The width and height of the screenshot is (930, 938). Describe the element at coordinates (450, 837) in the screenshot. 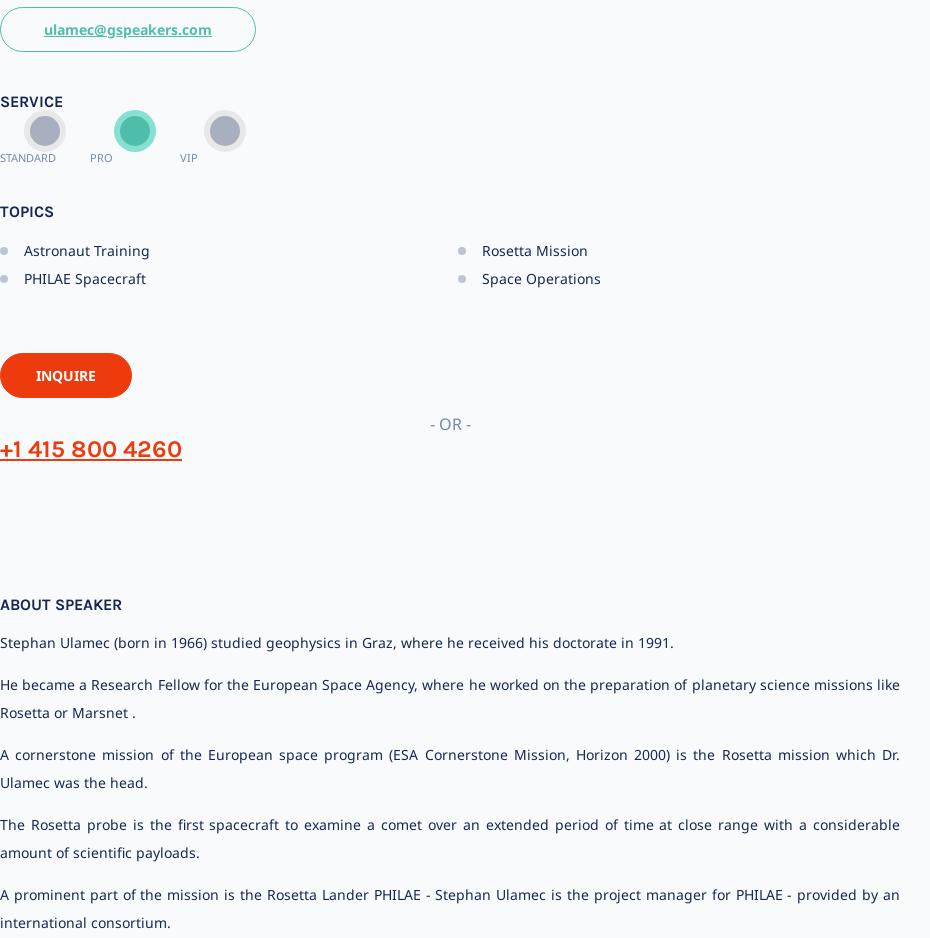

I see `'The Rosetta probe is the first spacecraft to examine a comet over an extended period of time at close range with a considerable amount of scientific payloads.'` at that location.